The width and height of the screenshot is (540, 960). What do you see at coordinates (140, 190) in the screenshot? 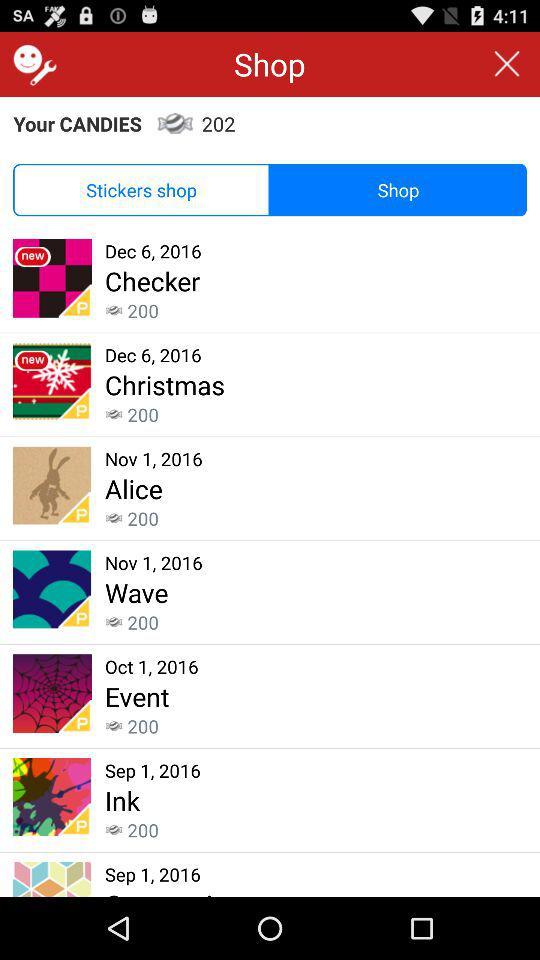
I see `the item to the left of the shop icon` at bounding box center [140, 190].